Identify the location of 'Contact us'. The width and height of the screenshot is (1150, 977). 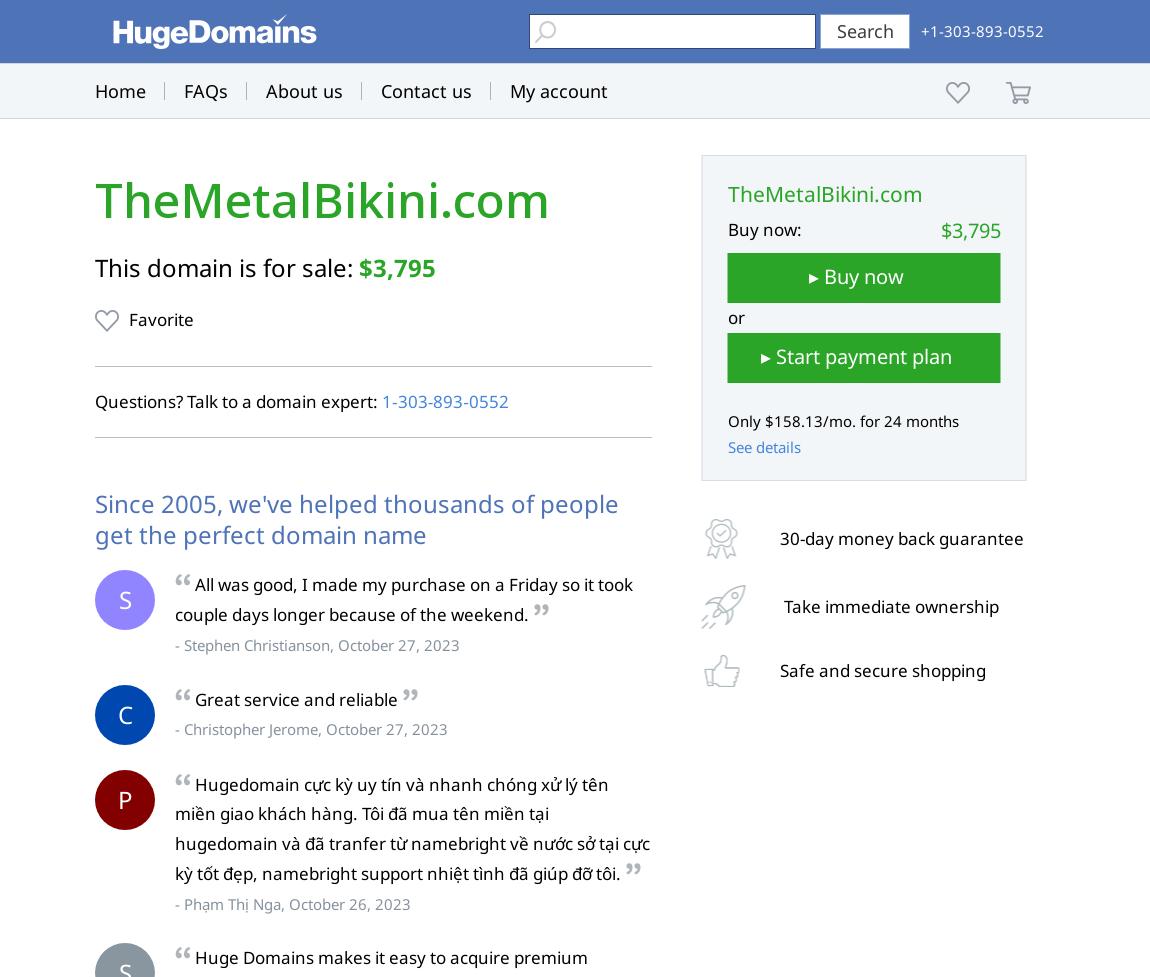
(426, 90).